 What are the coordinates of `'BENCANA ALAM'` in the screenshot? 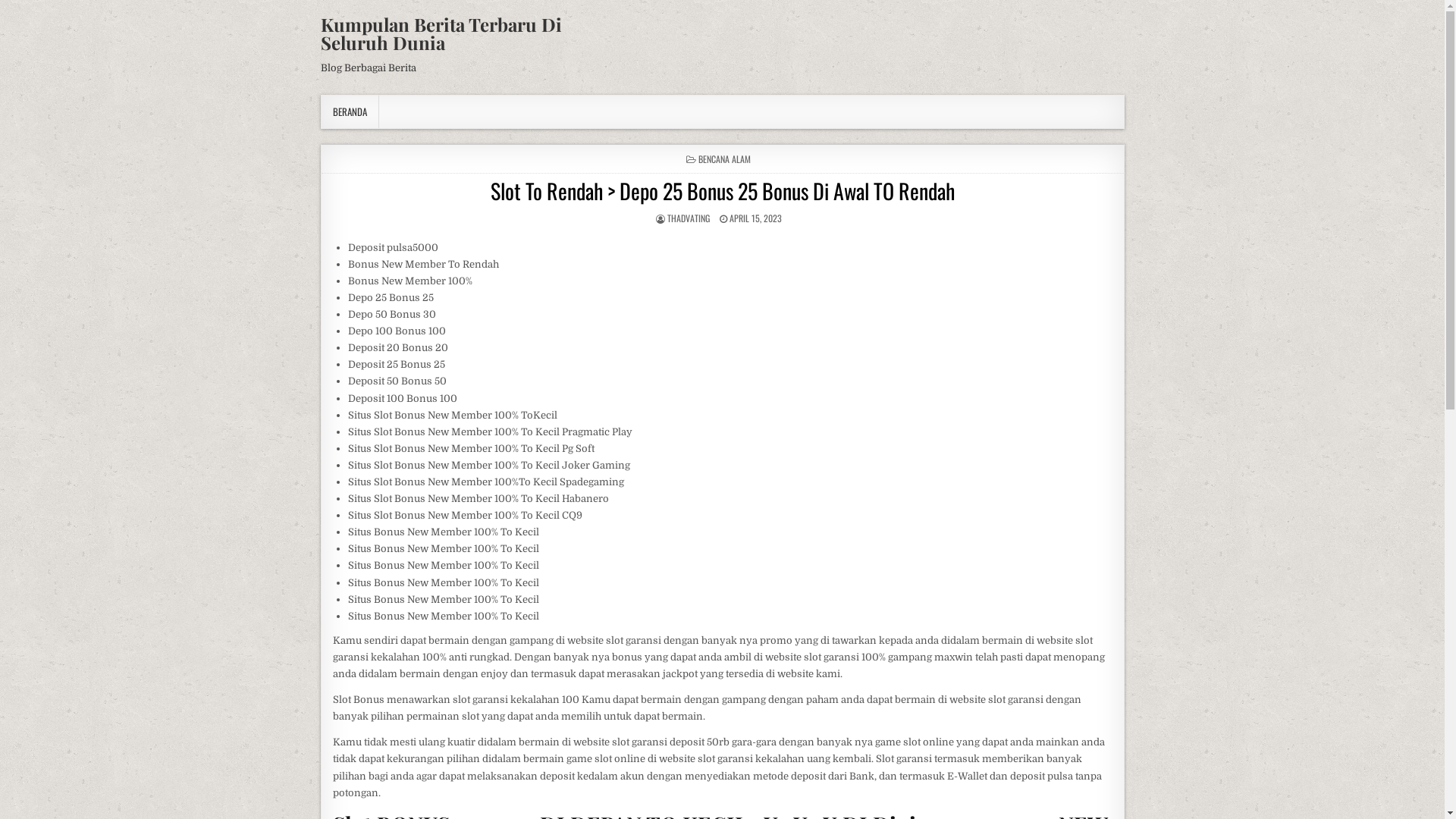 It's located at (723, 158).